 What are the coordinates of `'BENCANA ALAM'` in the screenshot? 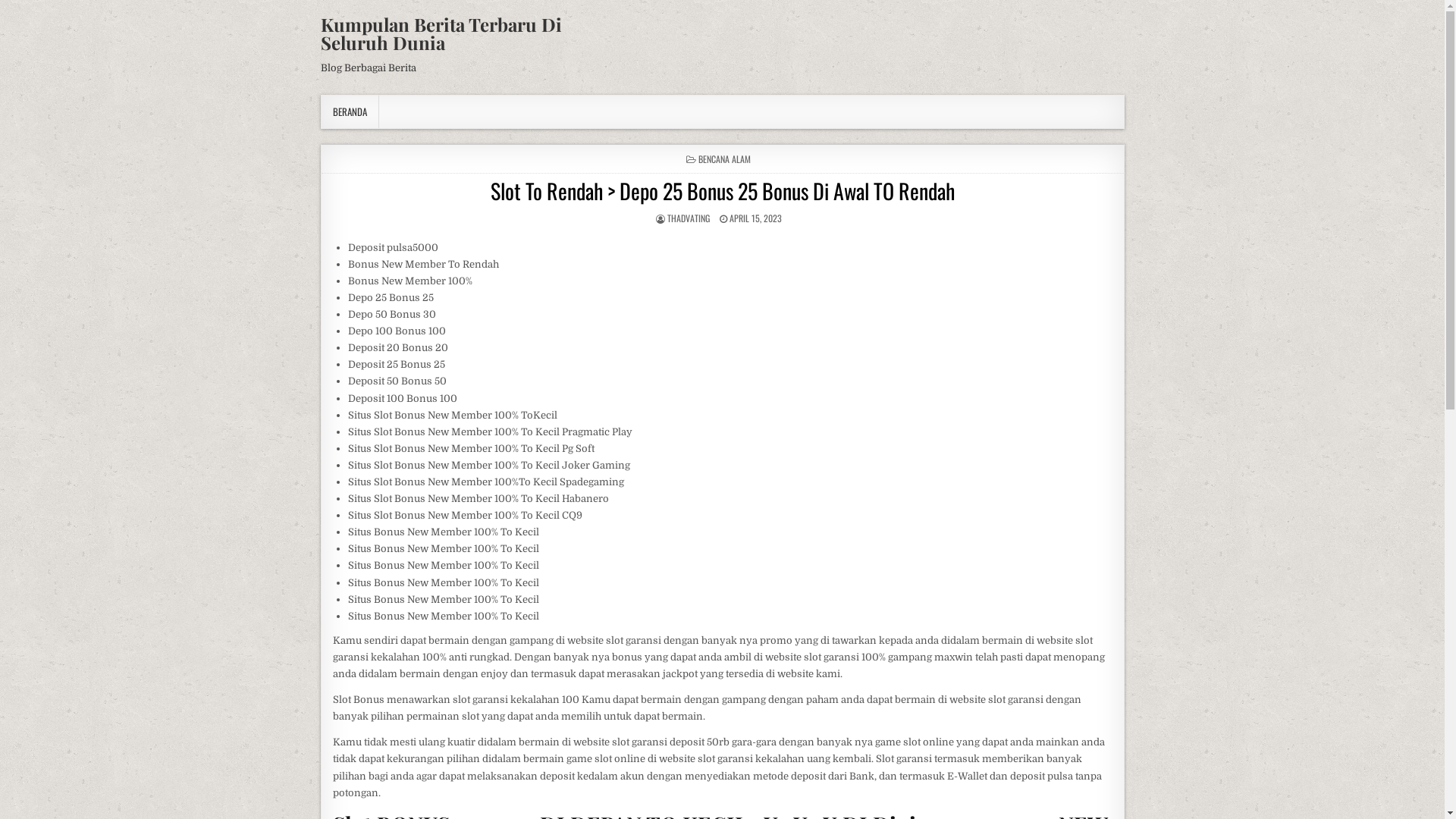 It's located at (723, 158).